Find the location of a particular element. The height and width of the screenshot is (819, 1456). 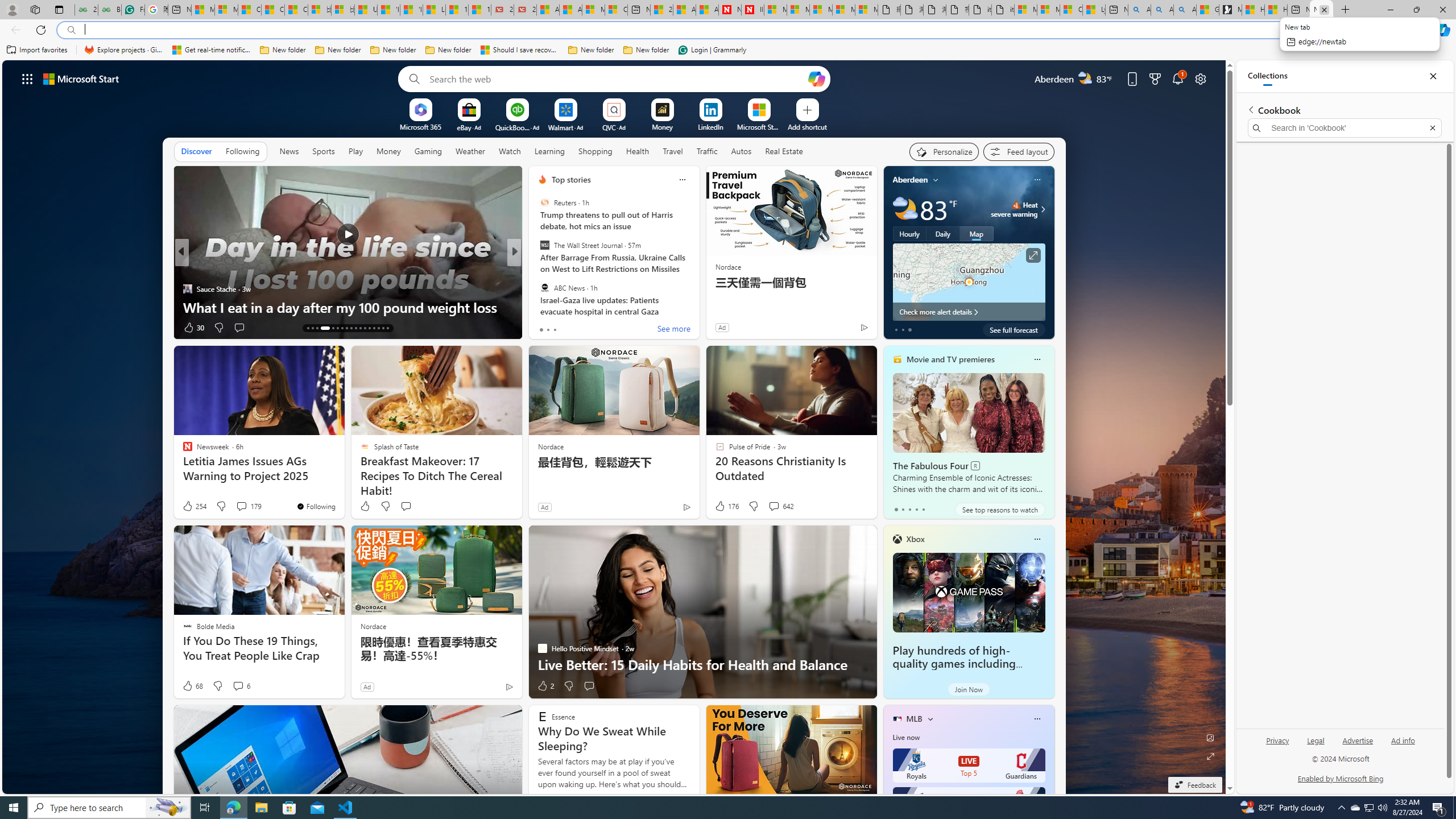

'Traffic' is located at coordinates (706, 150).